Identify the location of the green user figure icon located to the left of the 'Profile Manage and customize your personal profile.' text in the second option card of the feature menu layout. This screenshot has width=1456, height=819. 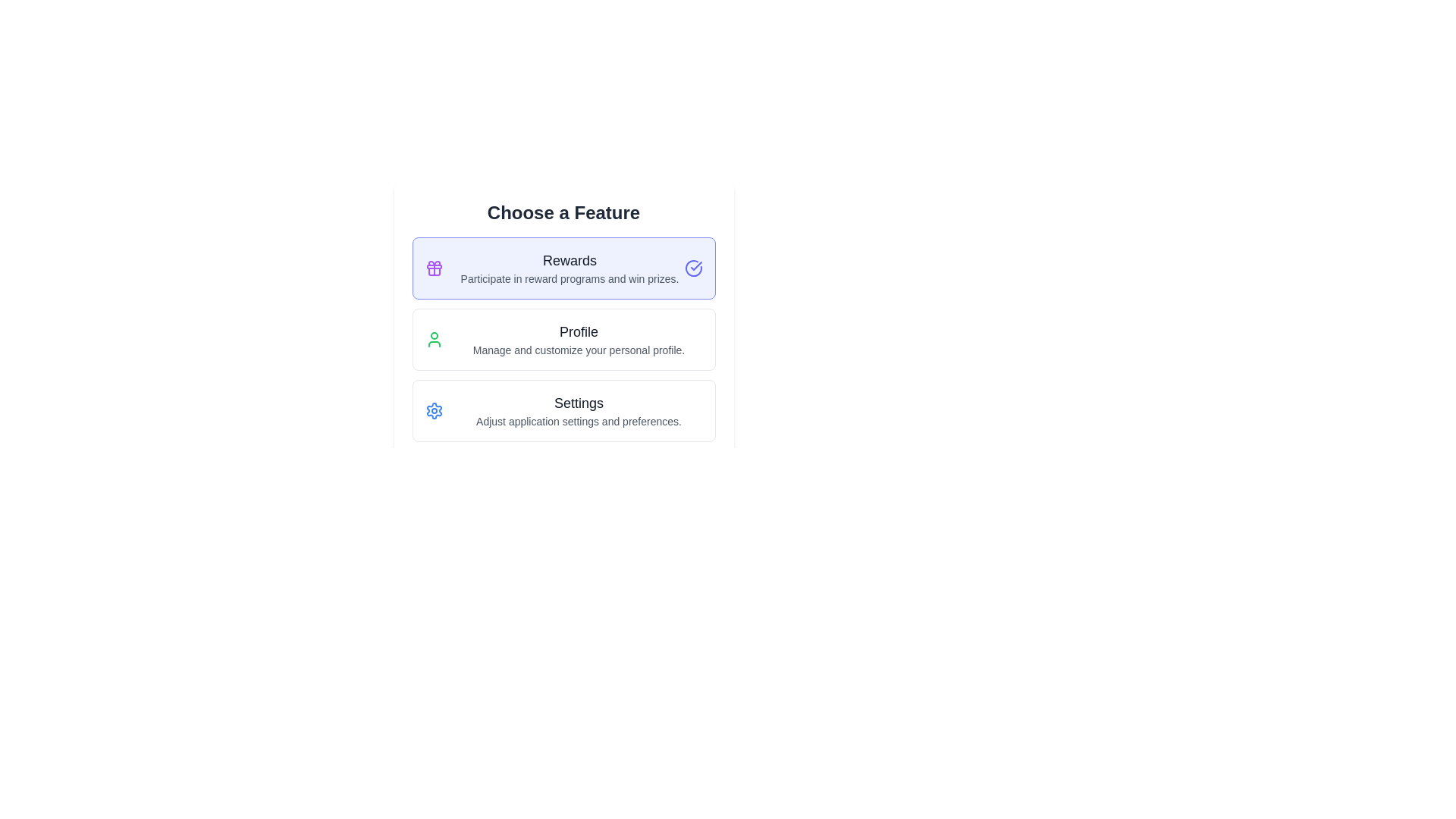
(433, 338).